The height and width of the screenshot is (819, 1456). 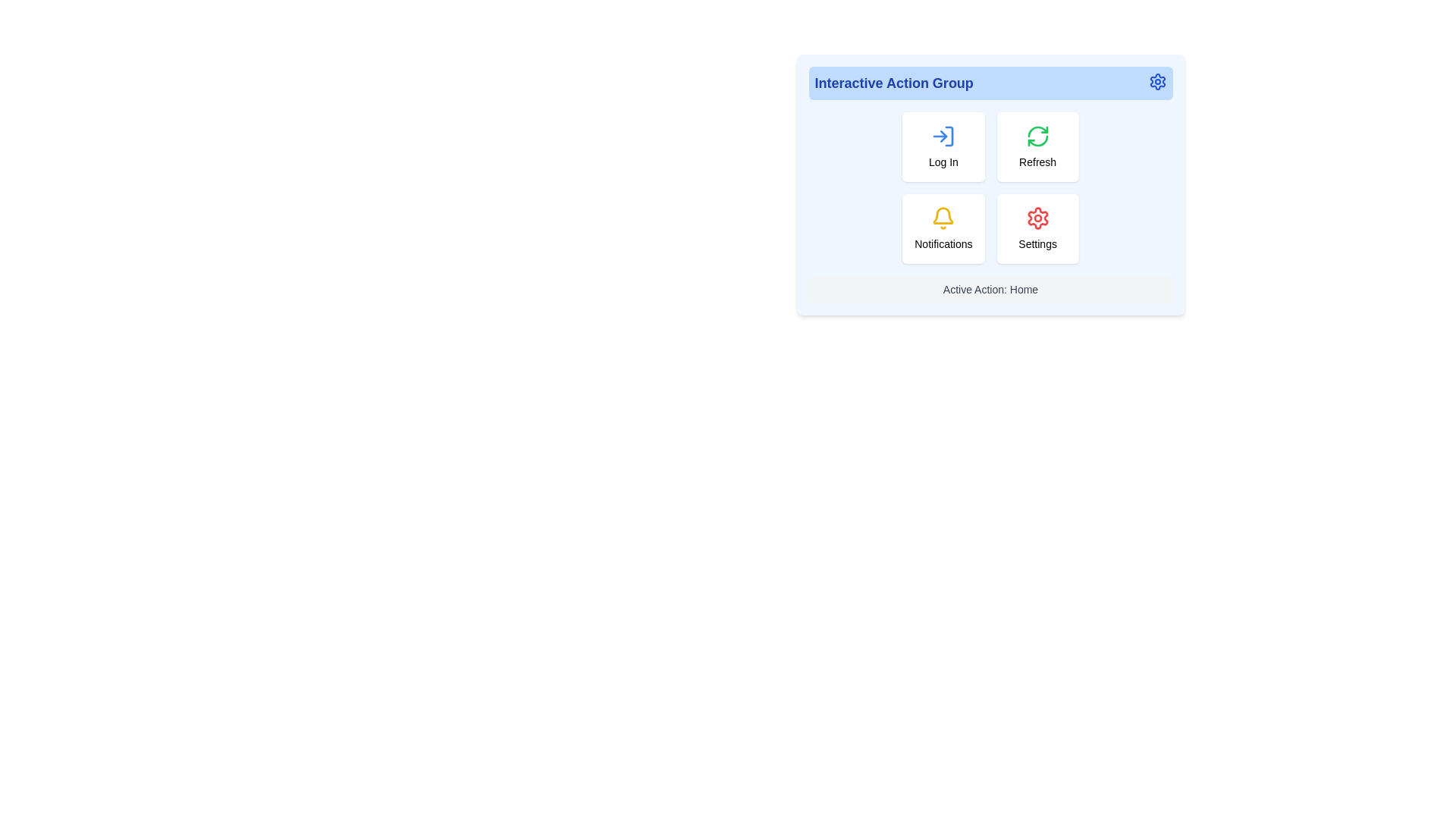 What do you see at coordinates (1037, 136) in the screenshot?
I see `the refresh icon located in the second column of the first row in the 'Interactive Action Group' section` at bounding box center [1037, 136].